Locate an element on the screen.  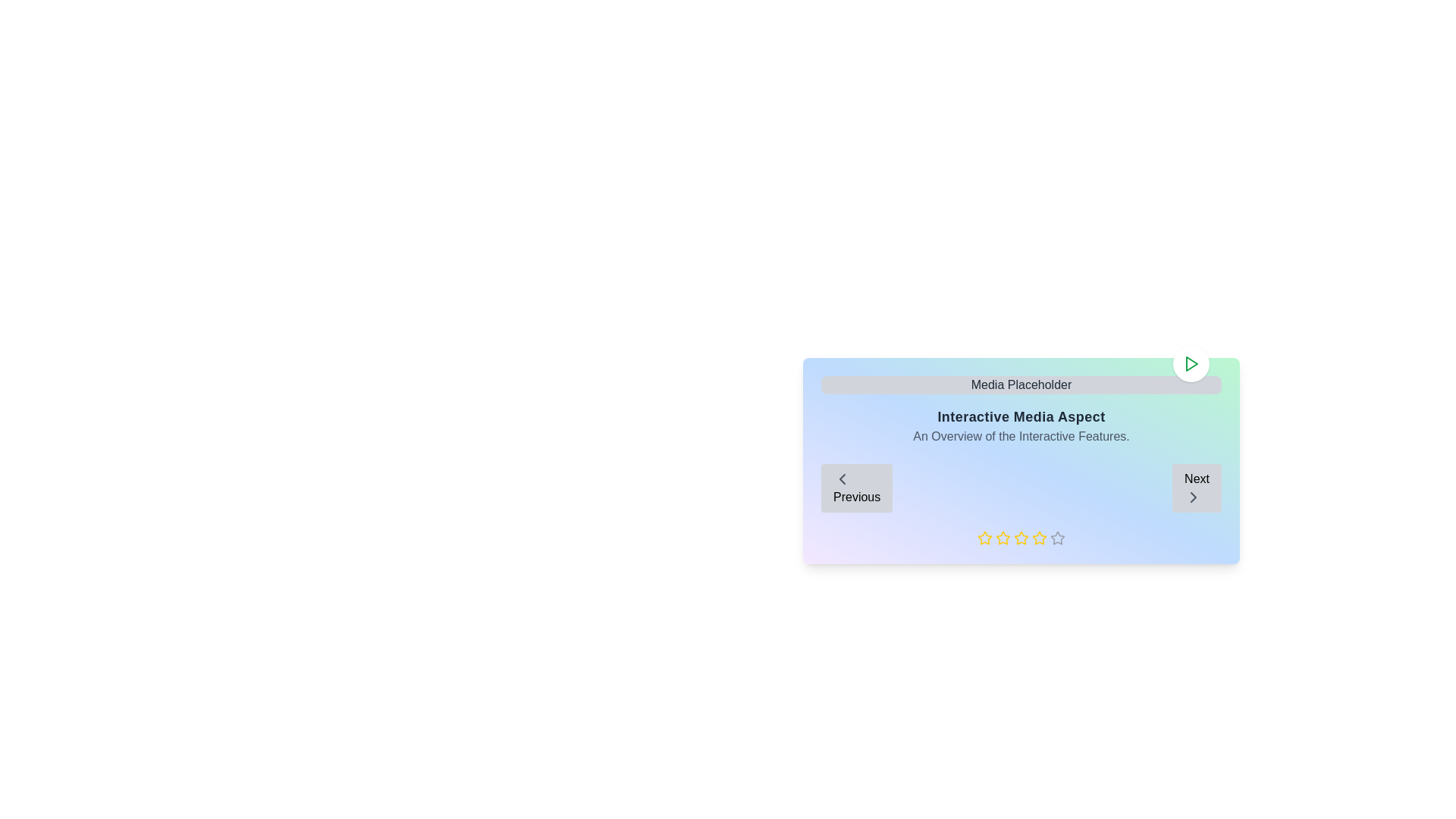
the left-pointing chevron SVG arrow icon located inside the 'Previous' button at the bottom-left area of the interface is located at coordinates (841, 479).